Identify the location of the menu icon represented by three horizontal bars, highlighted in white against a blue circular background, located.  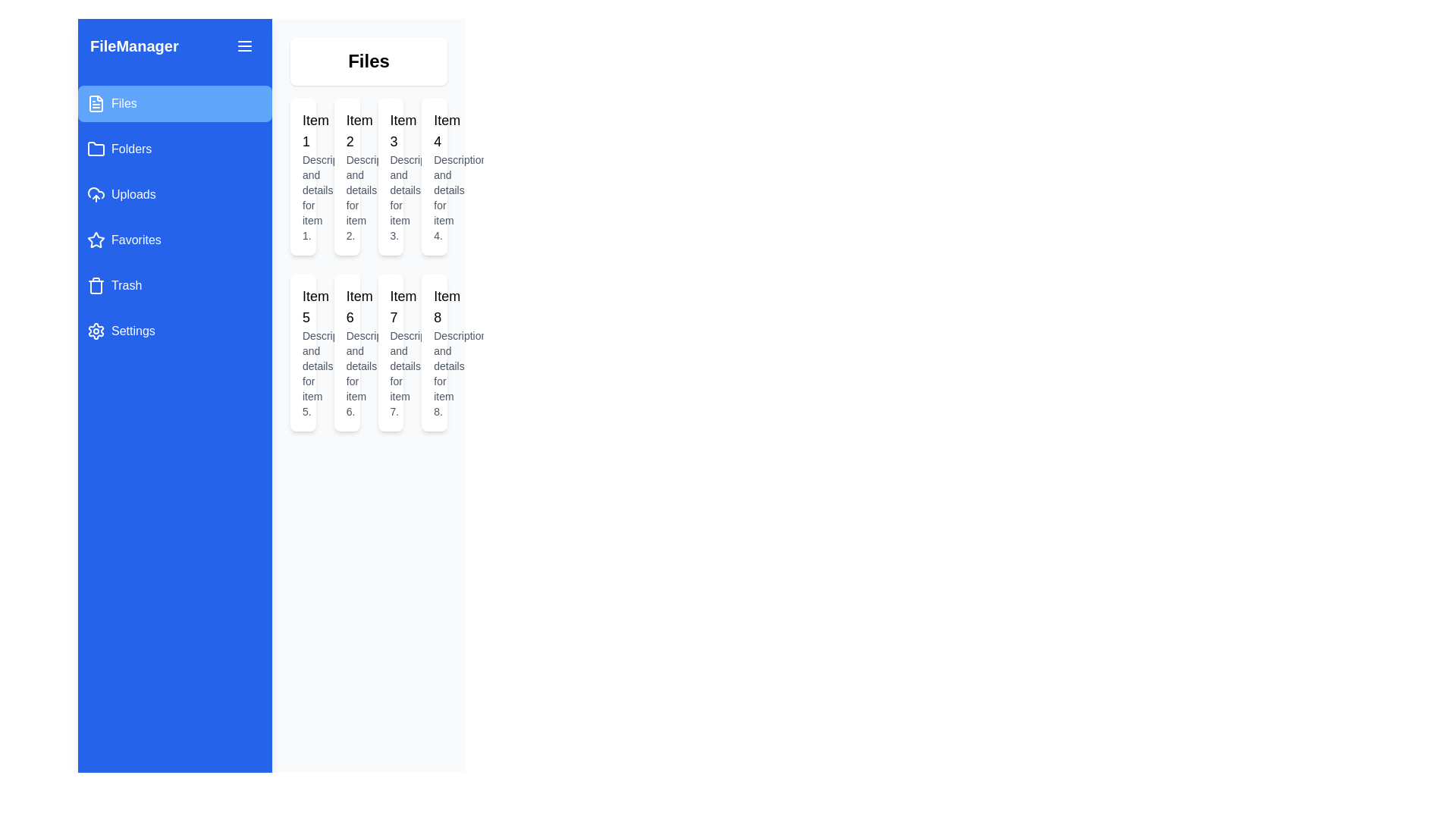
(244, 45).